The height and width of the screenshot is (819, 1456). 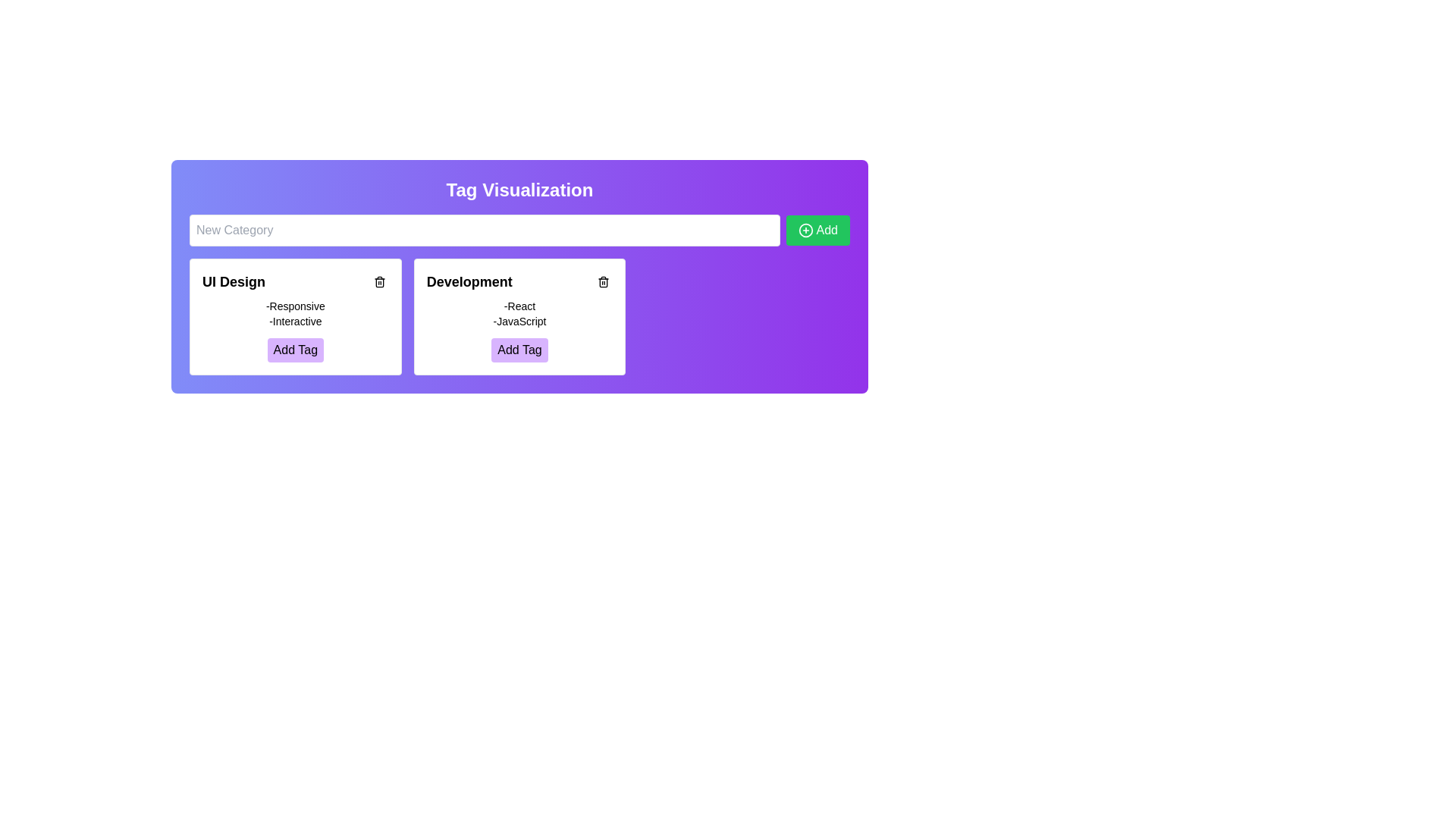 I want to click on the trash bin icon button located in the top-right corner of the 'UI Design' card, so click(x=379, y=281).